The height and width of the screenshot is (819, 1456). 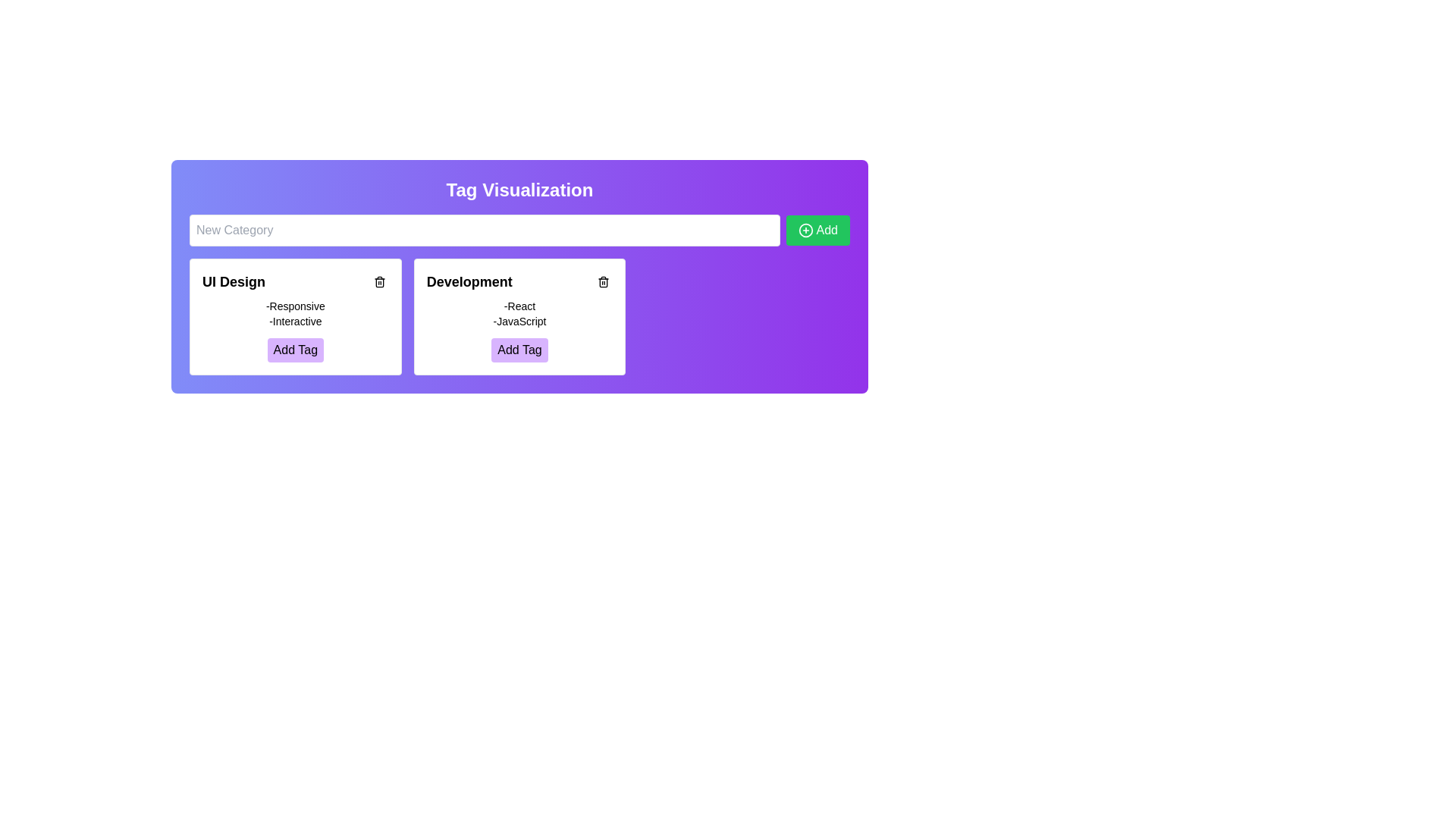 I want to click on the trash bin icon button located in the top-right corner of the 'UI Design' card, so click(x=379, y=281).